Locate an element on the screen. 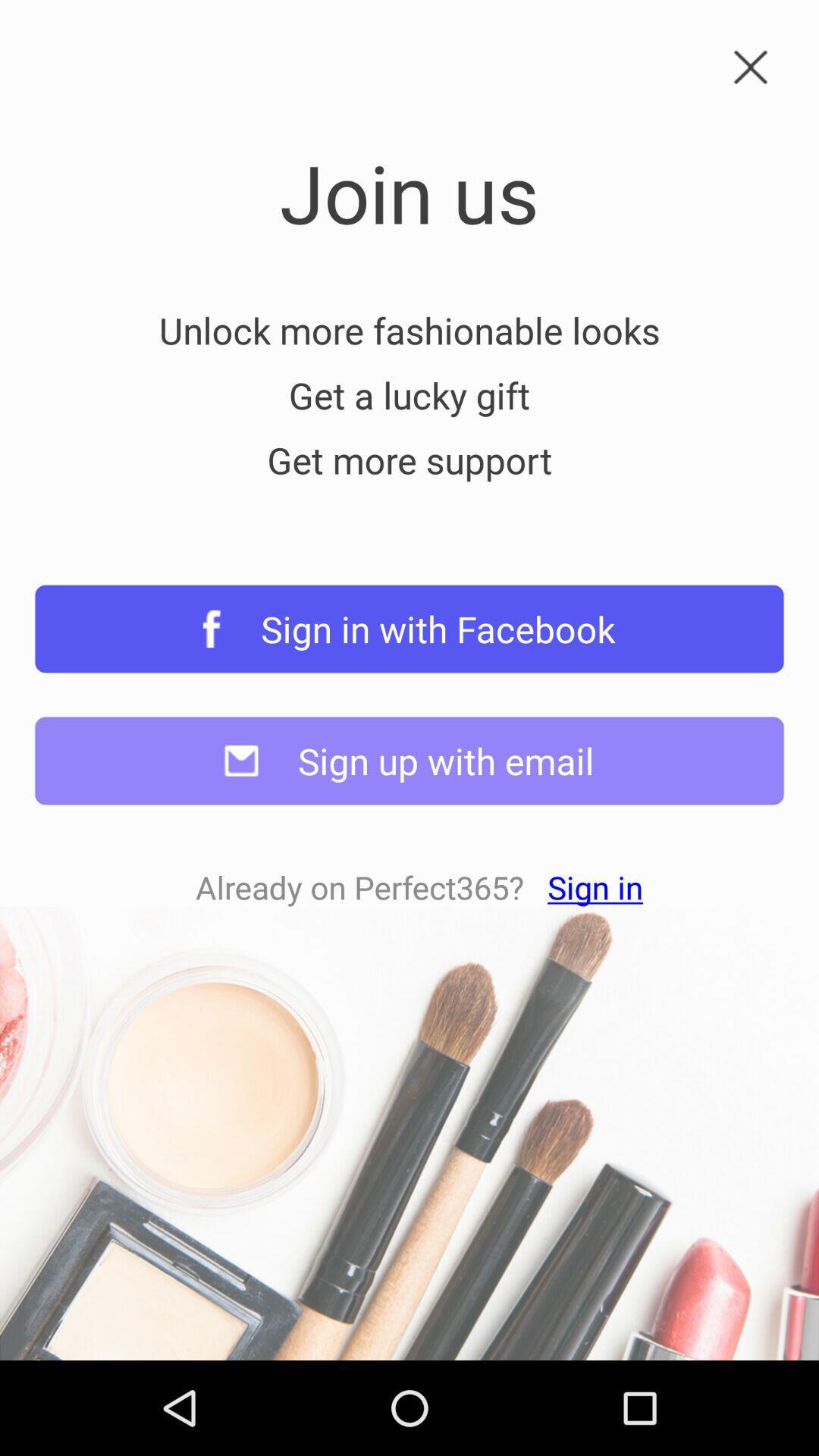  already on perfect365 icon is located at coordinates (419, 887).